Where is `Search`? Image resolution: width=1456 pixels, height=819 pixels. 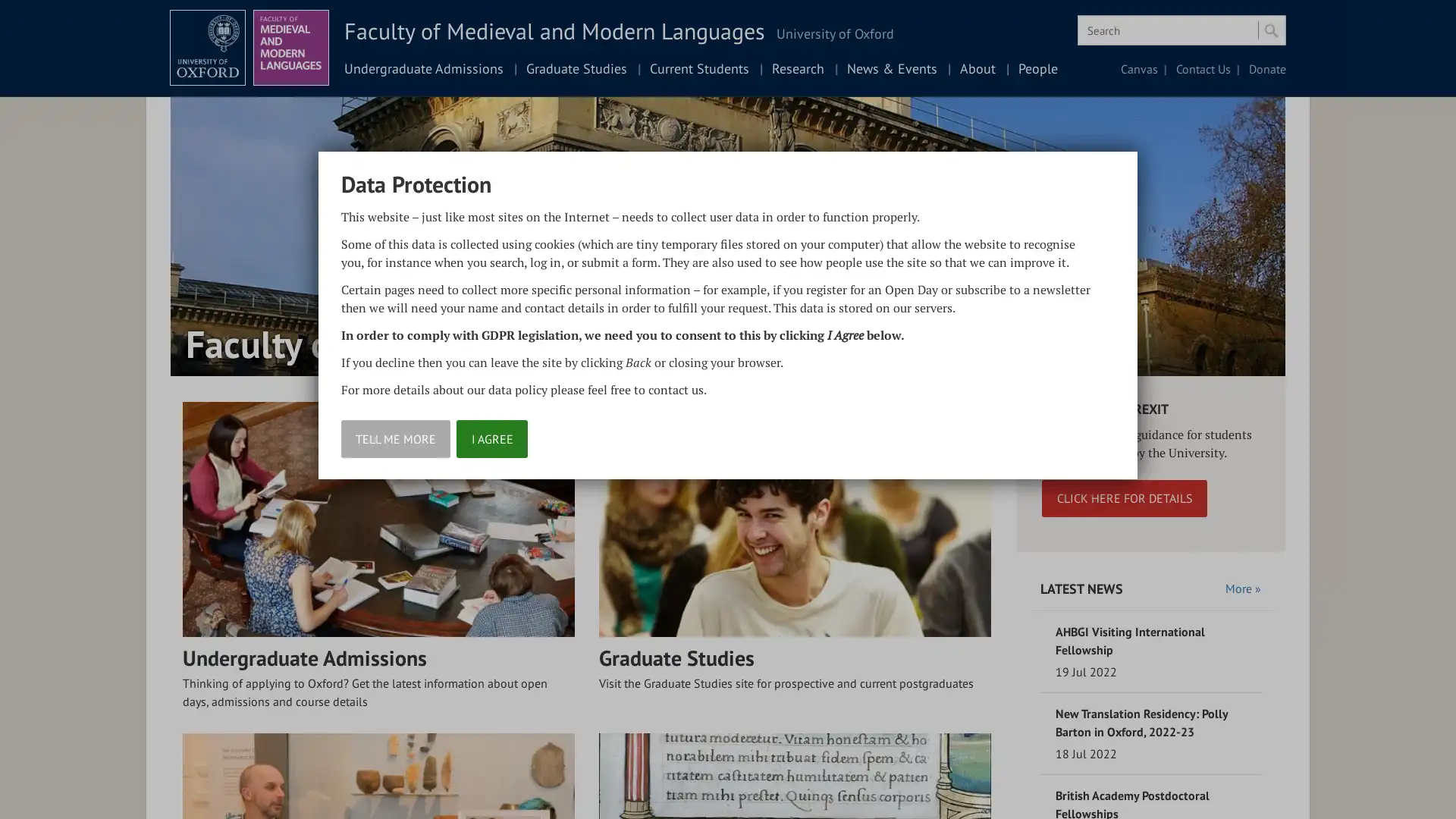 Search is located at coordinates (1271, 30).